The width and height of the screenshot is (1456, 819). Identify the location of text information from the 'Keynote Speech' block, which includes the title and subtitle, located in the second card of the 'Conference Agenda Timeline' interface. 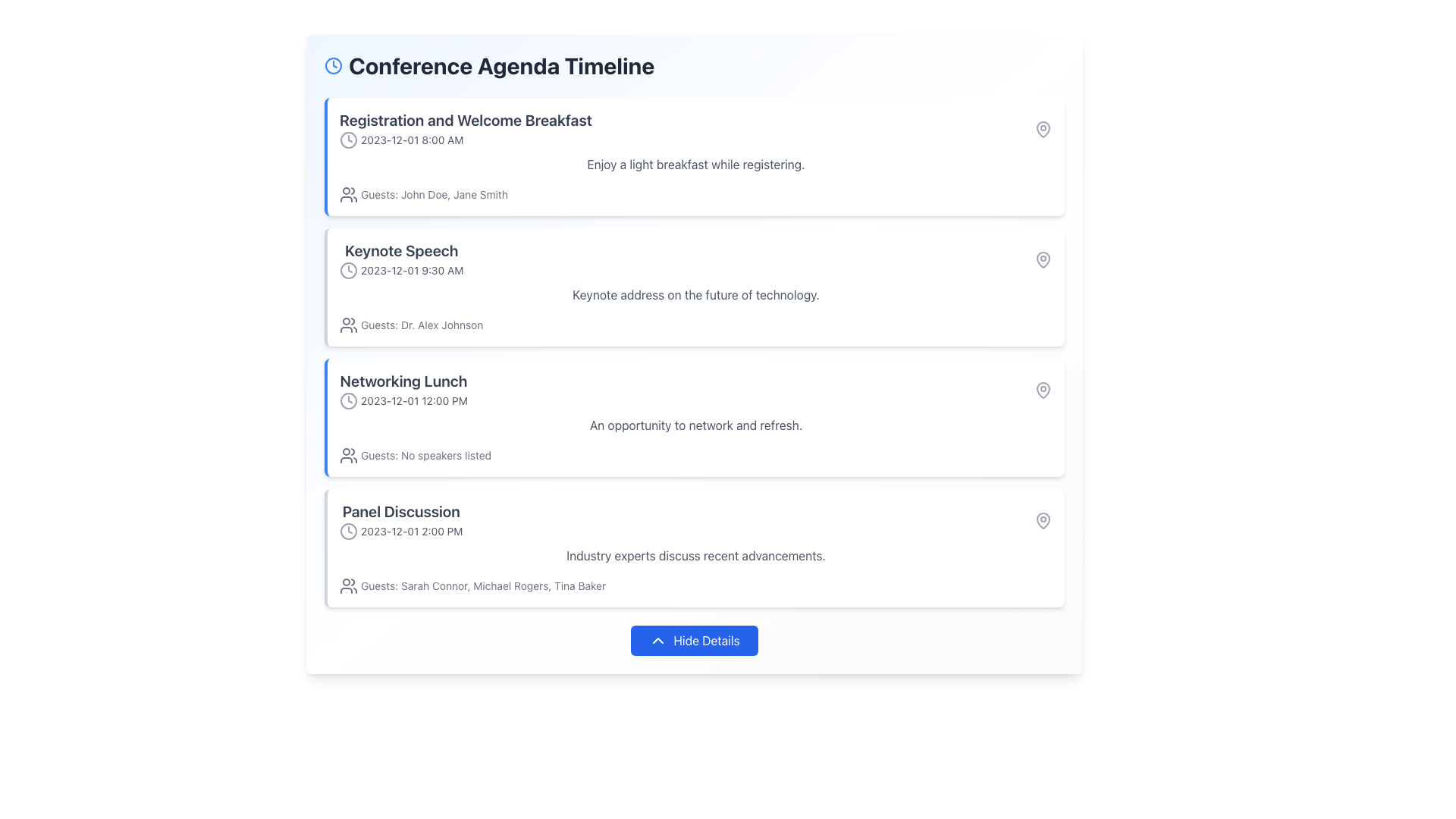
(401, 259).